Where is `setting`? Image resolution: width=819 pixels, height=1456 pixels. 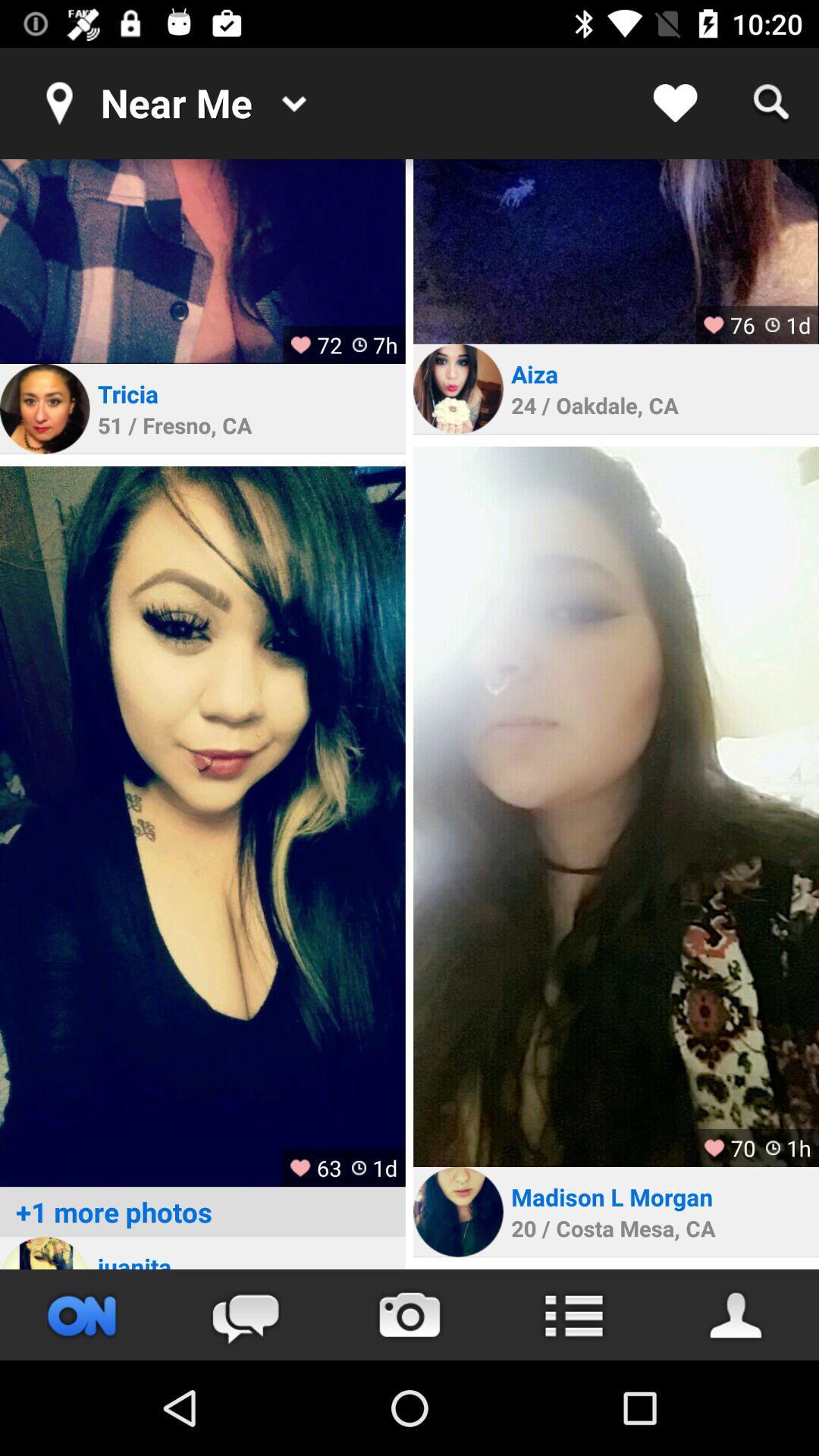
setting is located at coordinates (573, 1314).